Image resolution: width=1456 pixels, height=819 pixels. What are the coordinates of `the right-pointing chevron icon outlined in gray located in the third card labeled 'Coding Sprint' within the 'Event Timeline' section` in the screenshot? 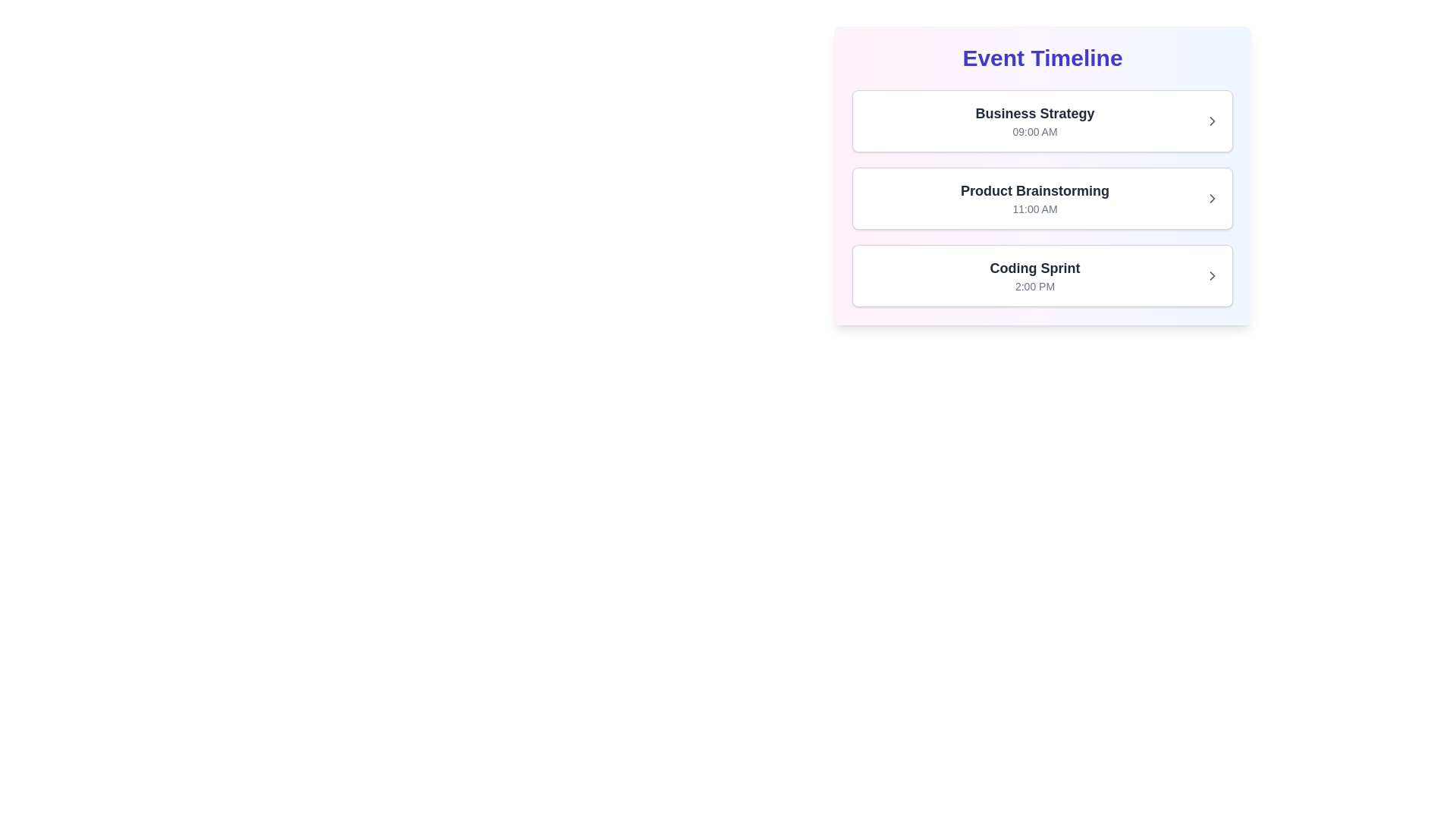 It's located at (1211, 275).